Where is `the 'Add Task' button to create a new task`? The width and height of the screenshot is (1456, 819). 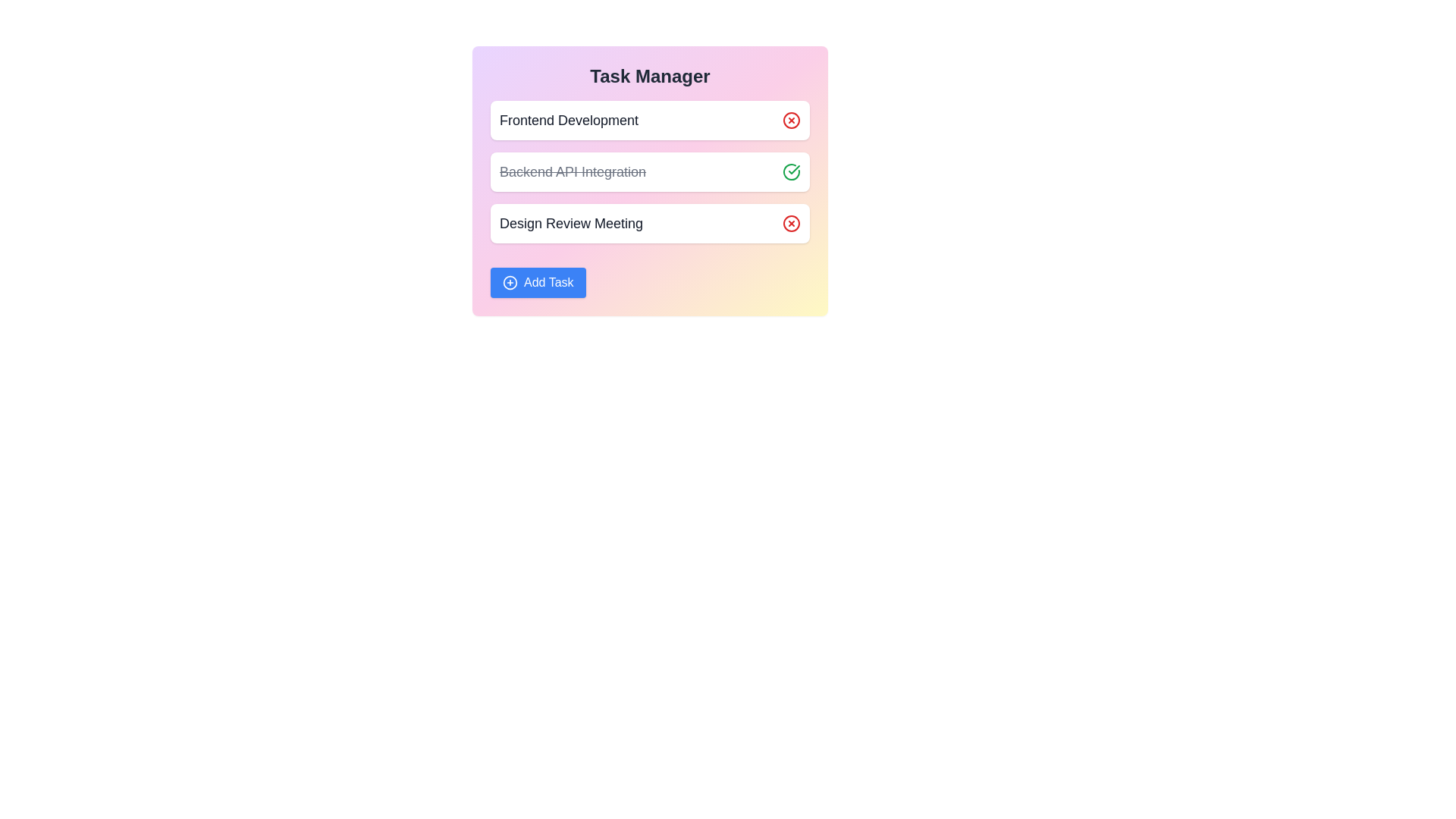
the 'Add Task' button to create a new task is located at coordinates (538, 283).